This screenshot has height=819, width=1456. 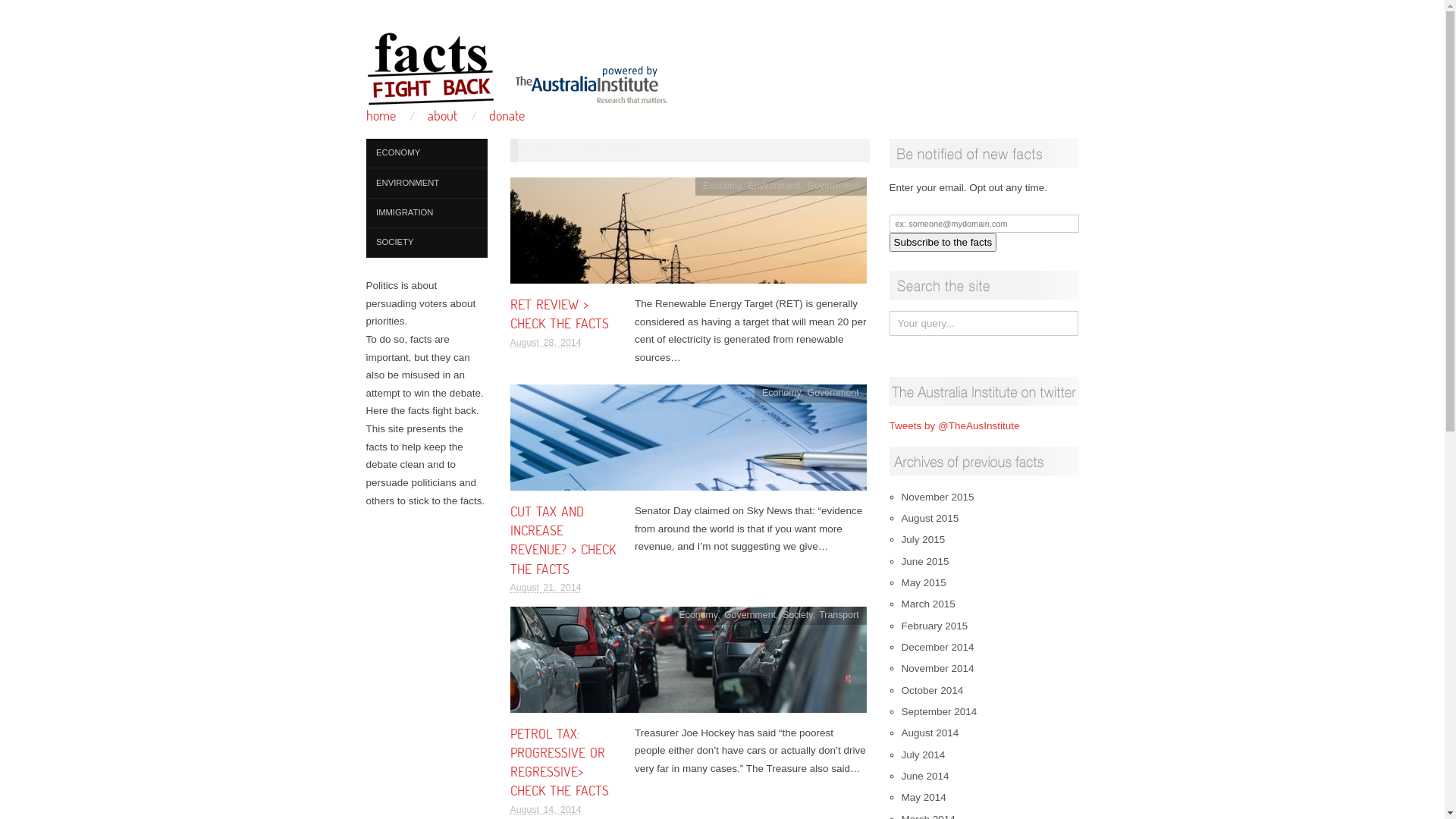 What do you see at coordinates (922, 582) in the screenshot?
I see `'May 2015'` at bounding box center [922, 582].